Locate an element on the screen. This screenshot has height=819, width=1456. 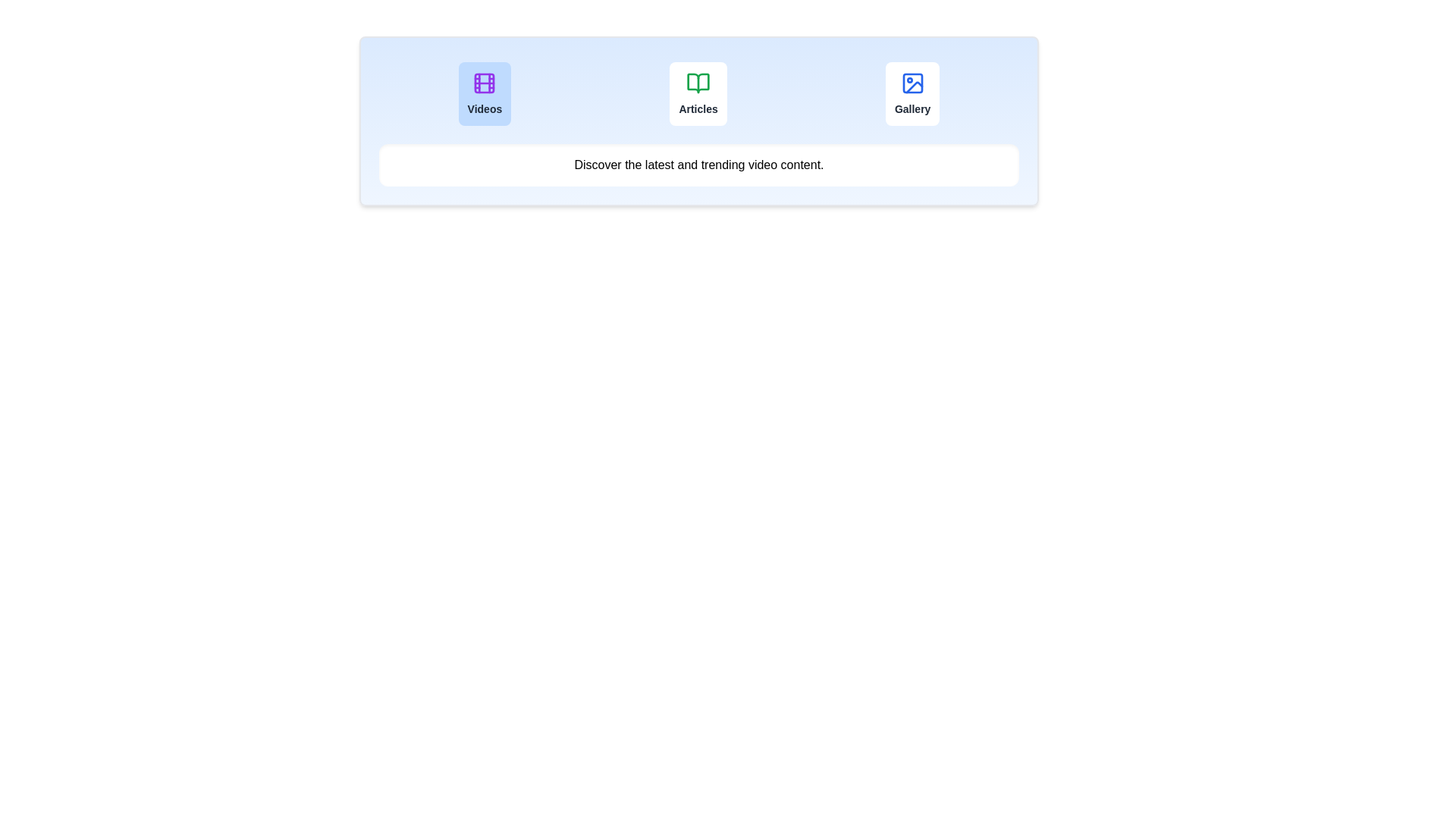
the tab button labeled 'Videos' to observe its hover effect is located at coordinates (484, 93).